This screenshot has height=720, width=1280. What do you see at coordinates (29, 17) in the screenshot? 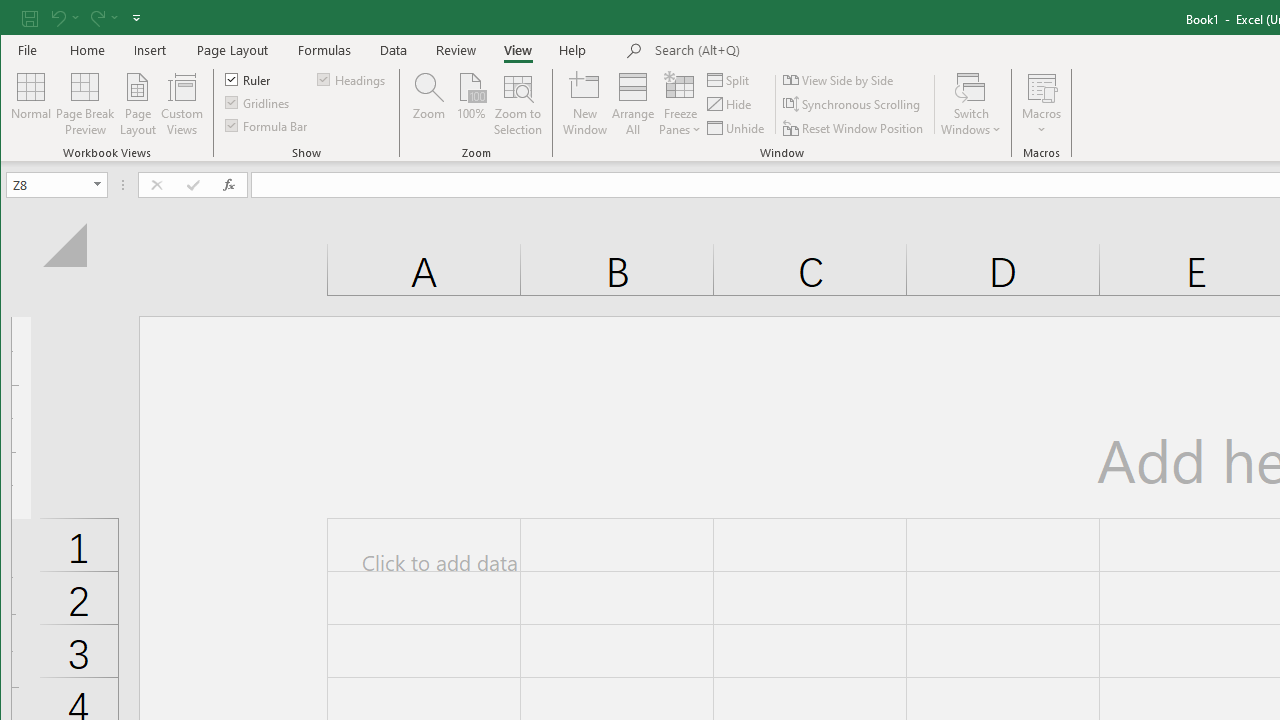
I see `'Save'` at bounding box center [29, 17].